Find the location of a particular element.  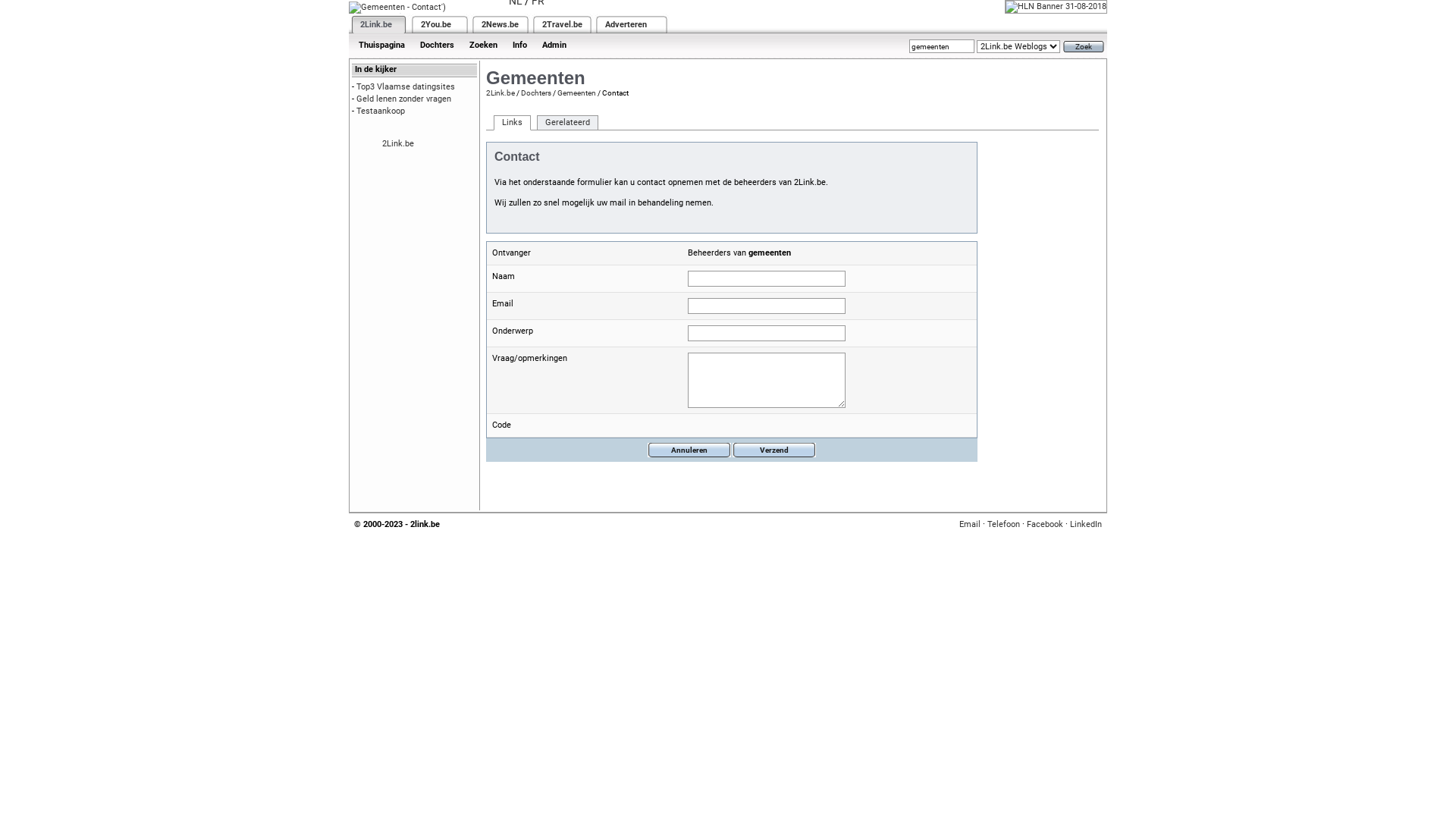

'Geld lenen zonder vragen' is located at coordinates (403, 99).